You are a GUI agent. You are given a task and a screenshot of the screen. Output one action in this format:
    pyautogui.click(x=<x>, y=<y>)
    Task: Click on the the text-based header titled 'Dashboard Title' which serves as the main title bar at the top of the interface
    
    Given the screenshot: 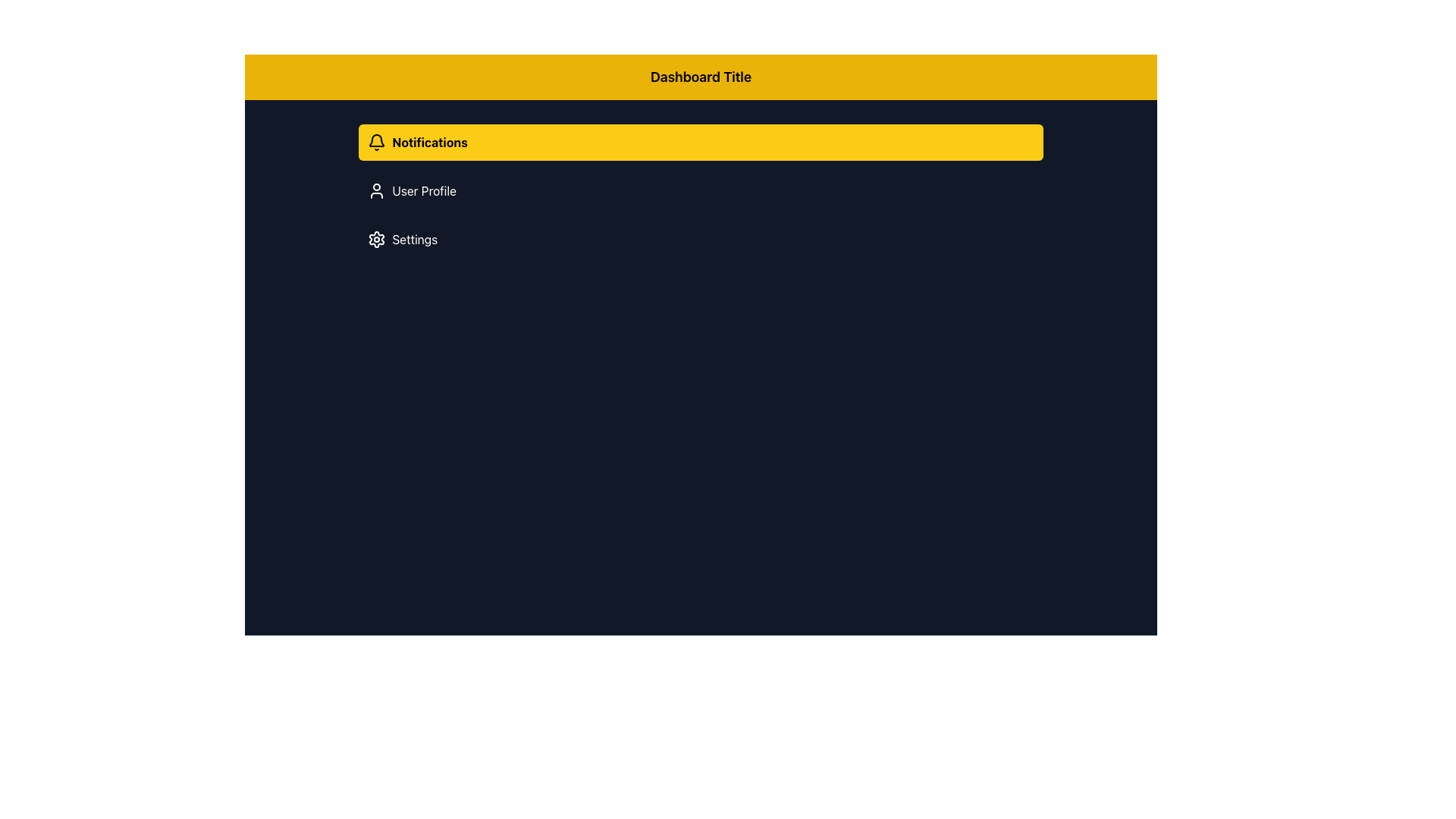 What is the action you would take?
    pyautogui.click(x=700, y=77)
    